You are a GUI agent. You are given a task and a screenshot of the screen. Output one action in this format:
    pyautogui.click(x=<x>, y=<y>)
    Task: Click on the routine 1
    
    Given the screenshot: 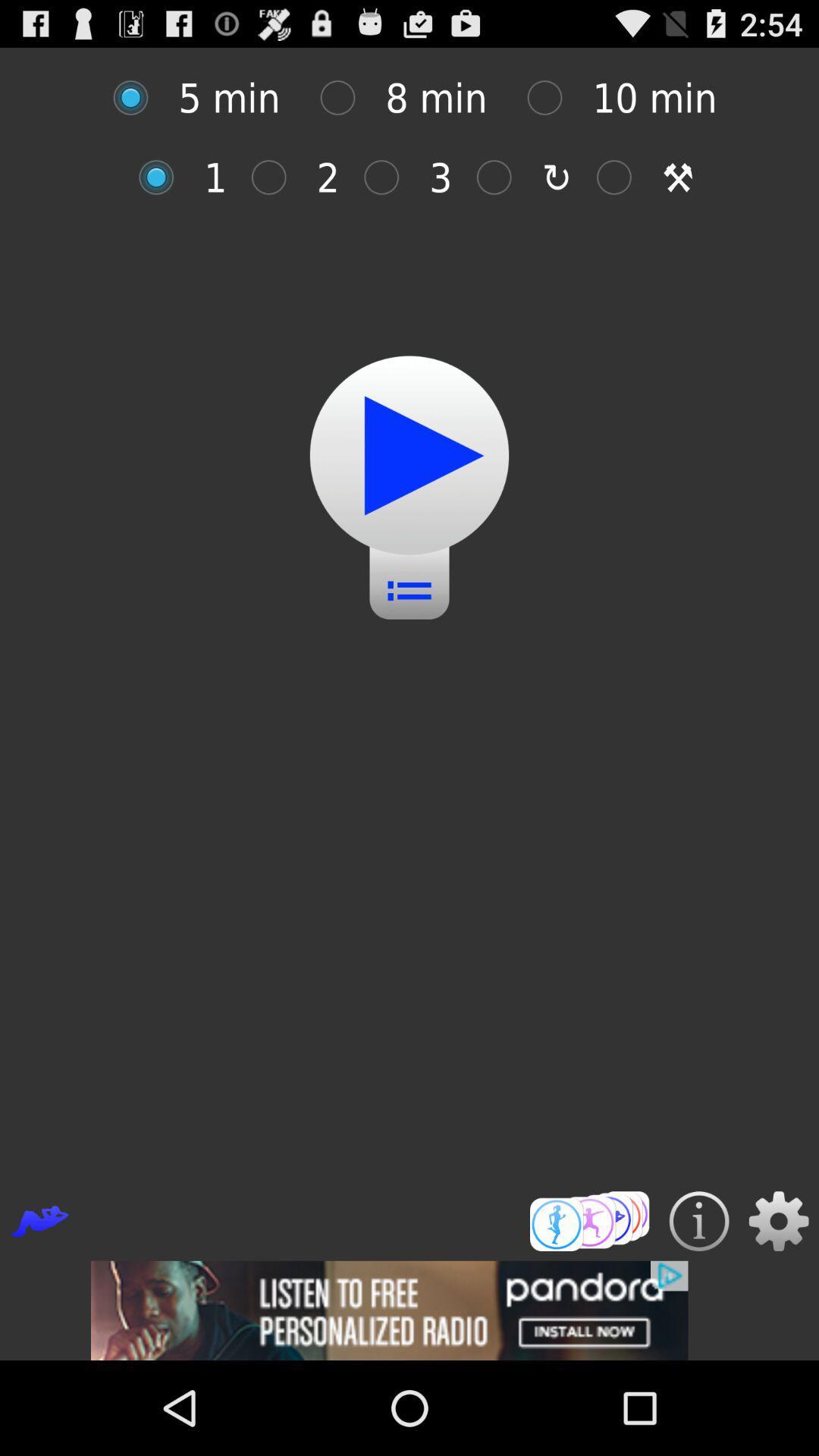 What is the action you would take?
    pyautogui.click(x=164, y=177)
    